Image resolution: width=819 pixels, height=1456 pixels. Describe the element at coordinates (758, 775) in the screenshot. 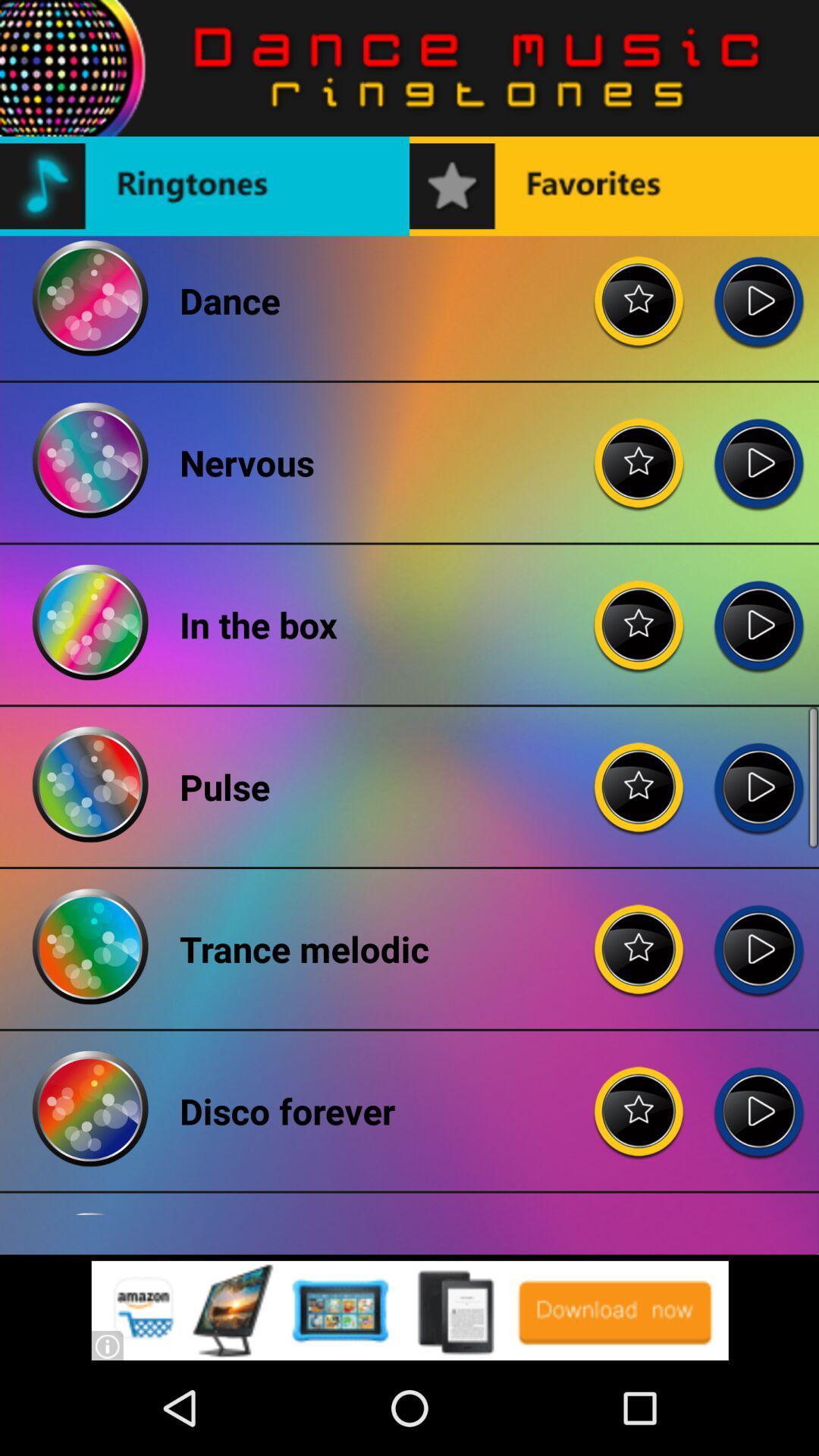

I see `song` at that location.